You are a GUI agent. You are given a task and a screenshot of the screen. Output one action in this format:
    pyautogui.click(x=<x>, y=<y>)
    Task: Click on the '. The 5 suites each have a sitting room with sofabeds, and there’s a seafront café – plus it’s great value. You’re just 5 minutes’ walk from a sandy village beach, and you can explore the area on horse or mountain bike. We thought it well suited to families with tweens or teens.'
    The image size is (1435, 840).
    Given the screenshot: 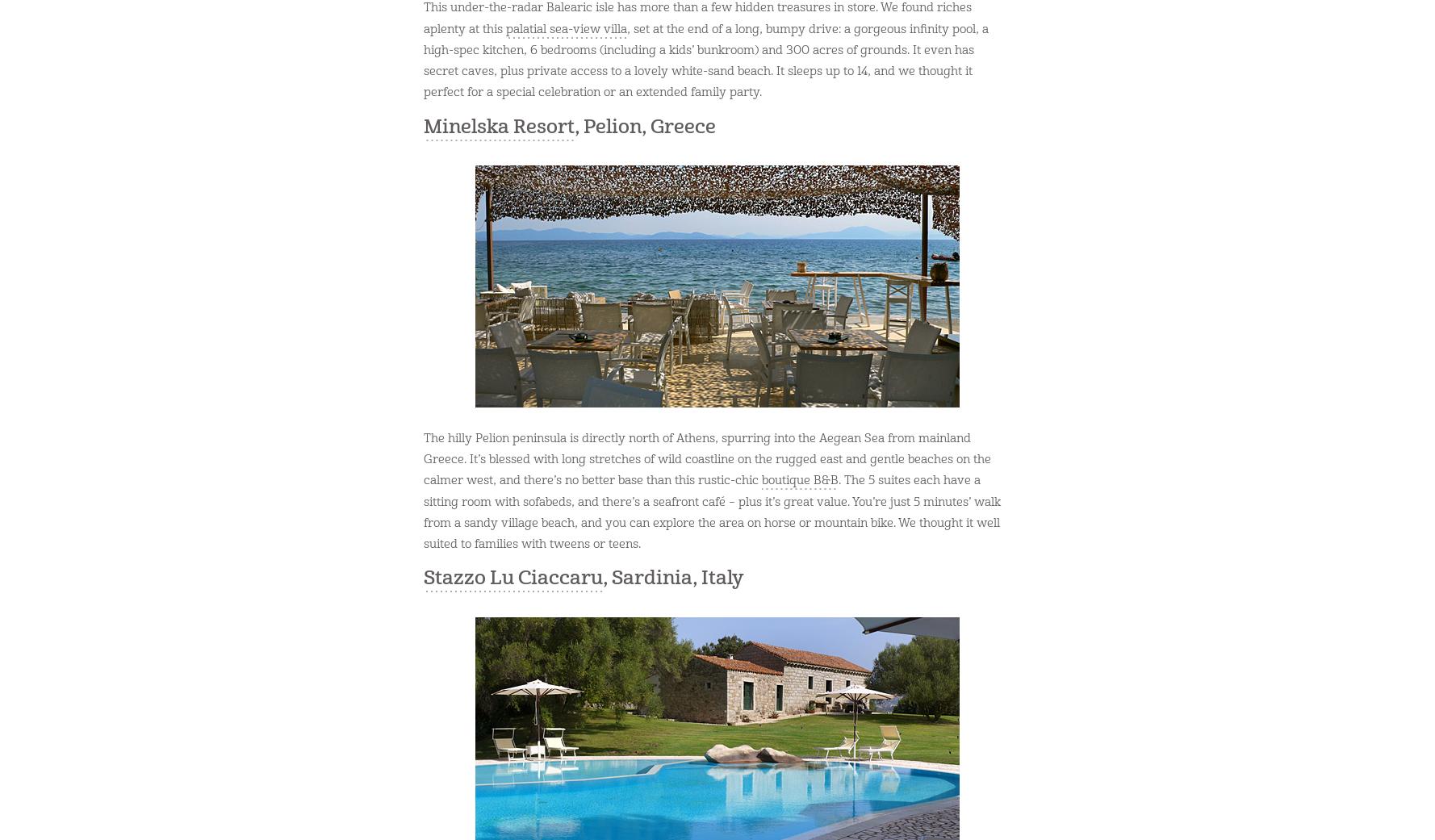 What is the action you would take?
    pyautogui.click(x=424, y=512)
    